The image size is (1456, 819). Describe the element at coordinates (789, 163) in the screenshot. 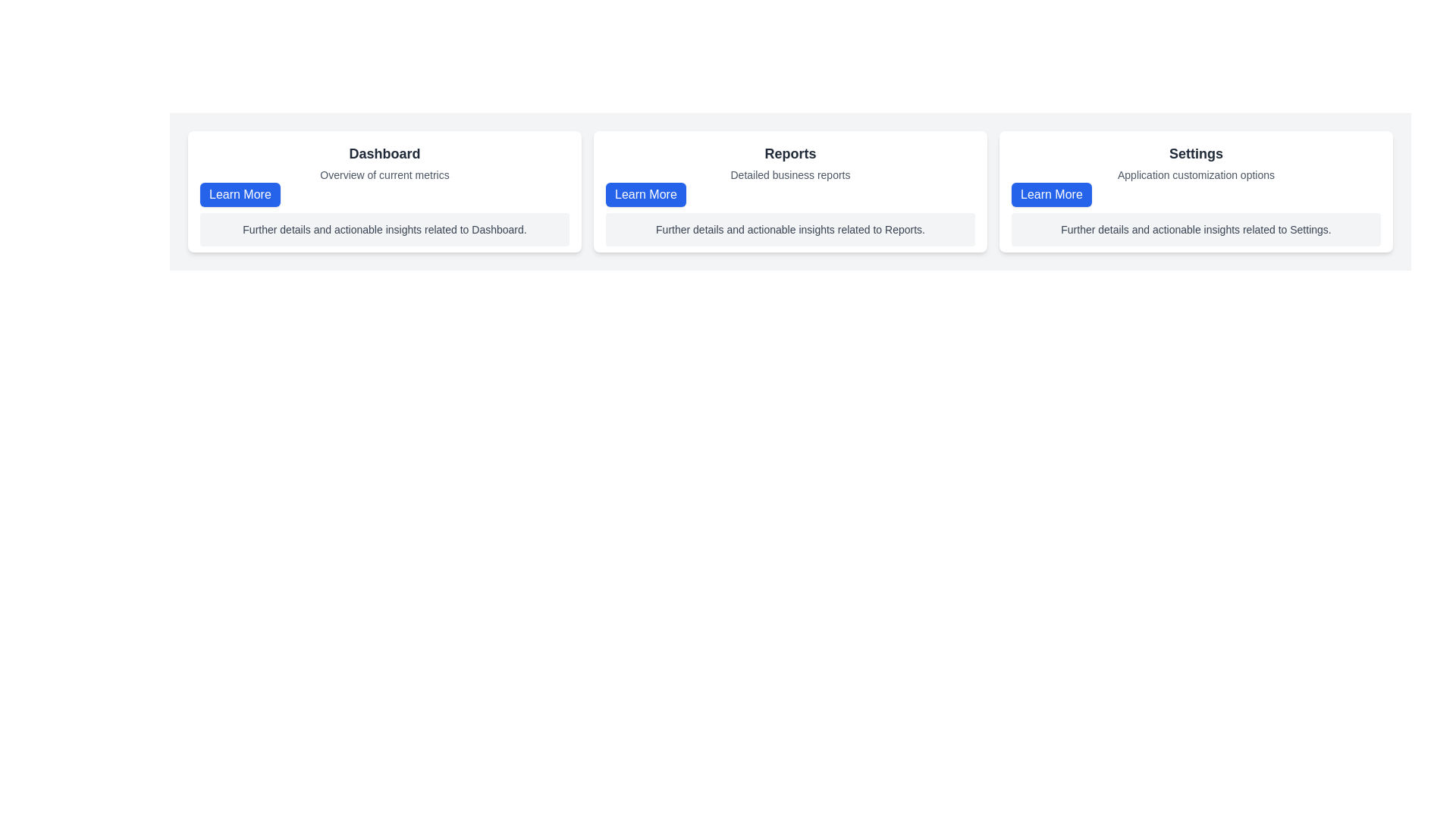

I see `the Text block with a header and subtitle that provides a concise summary of detailed business reports, positioned in the upper region of the middle card above the blue 'Learn More' button` at that location.